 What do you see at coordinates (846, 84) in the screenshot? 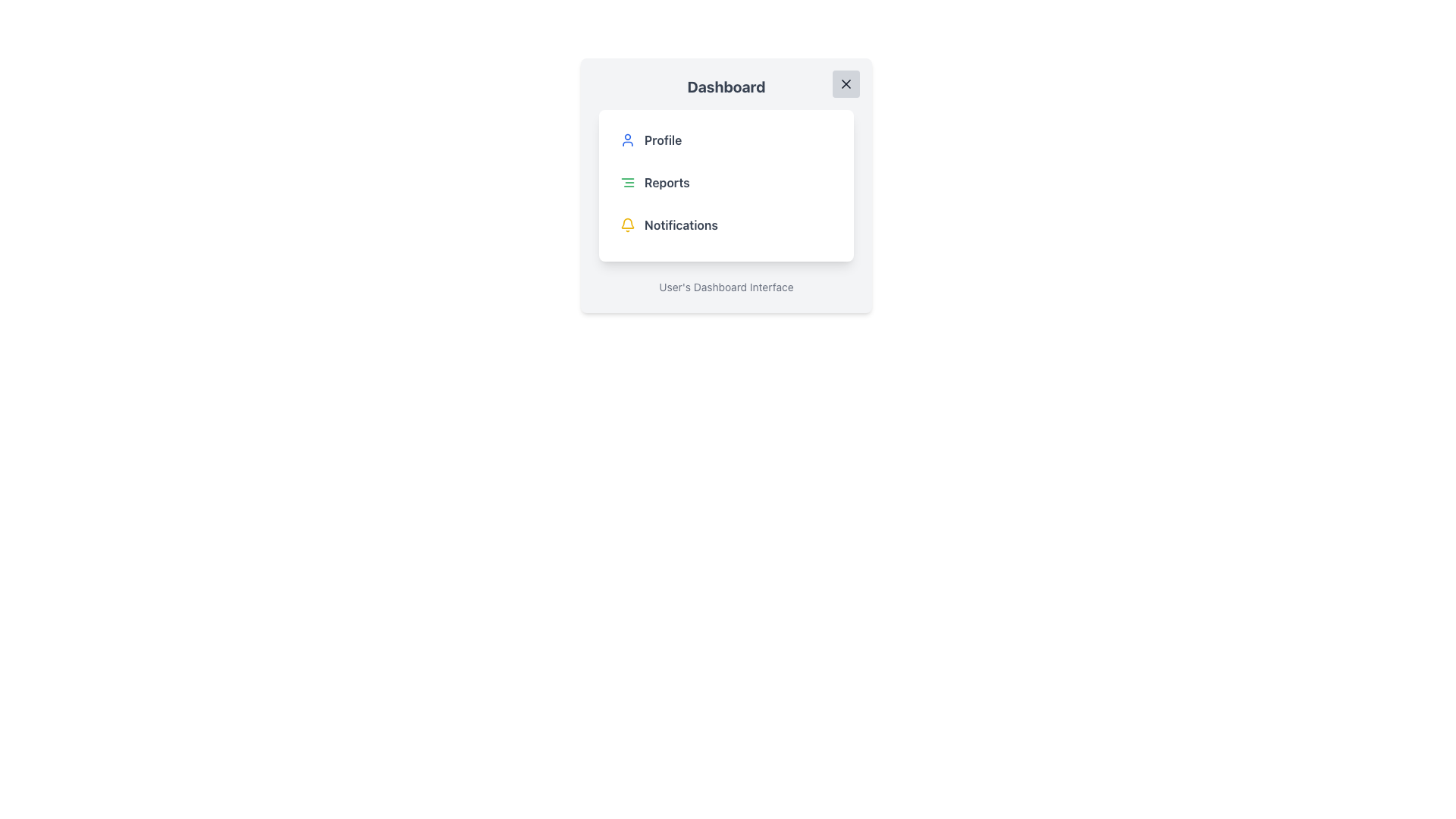
I see `the close button icon located at the top-right corner of the card` at bounding box center [846, 84].